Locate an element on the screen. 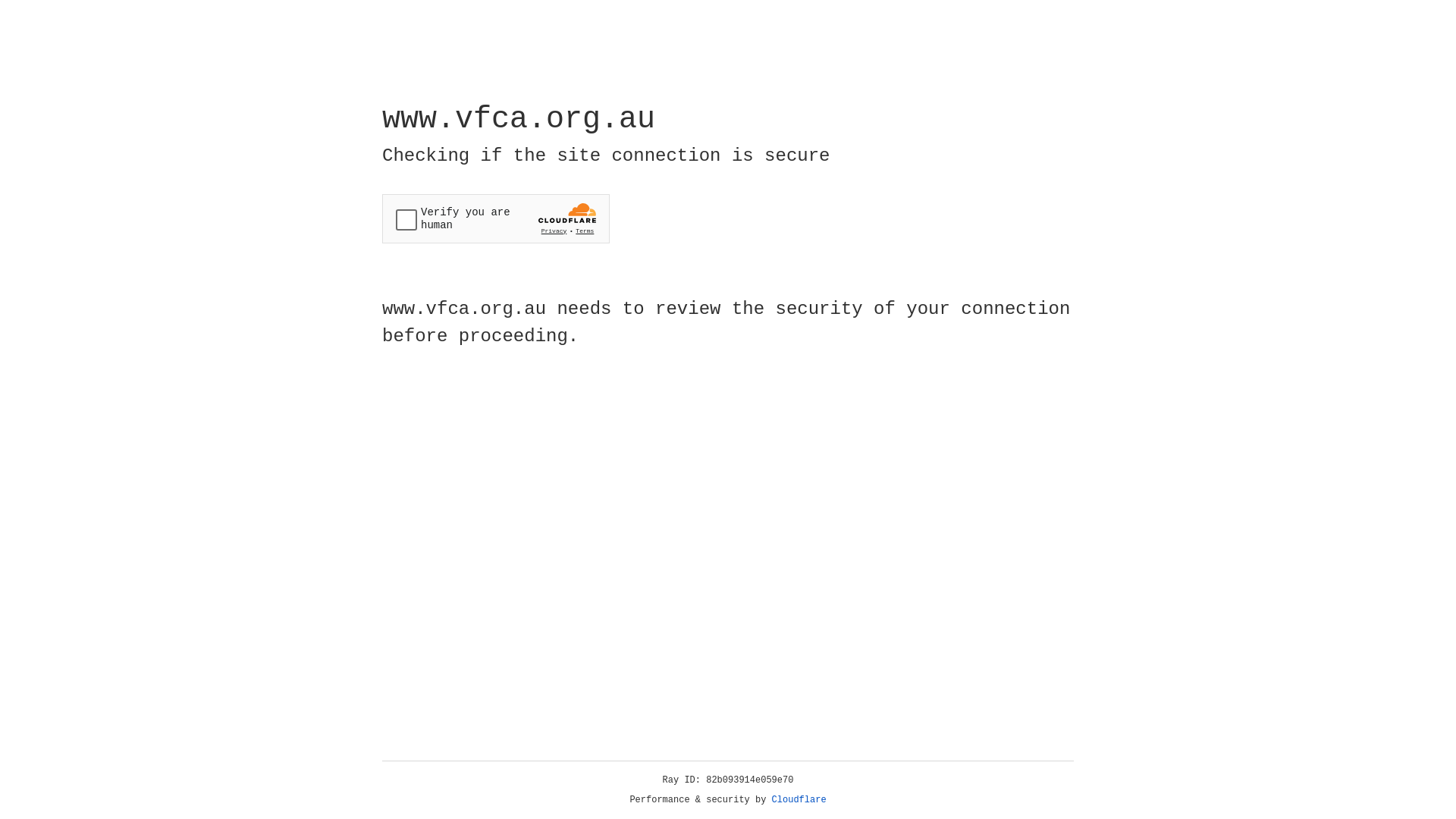 This screenshot has height=819, width=1456. 'Cloudflare' is located at coordinates (799, 799).